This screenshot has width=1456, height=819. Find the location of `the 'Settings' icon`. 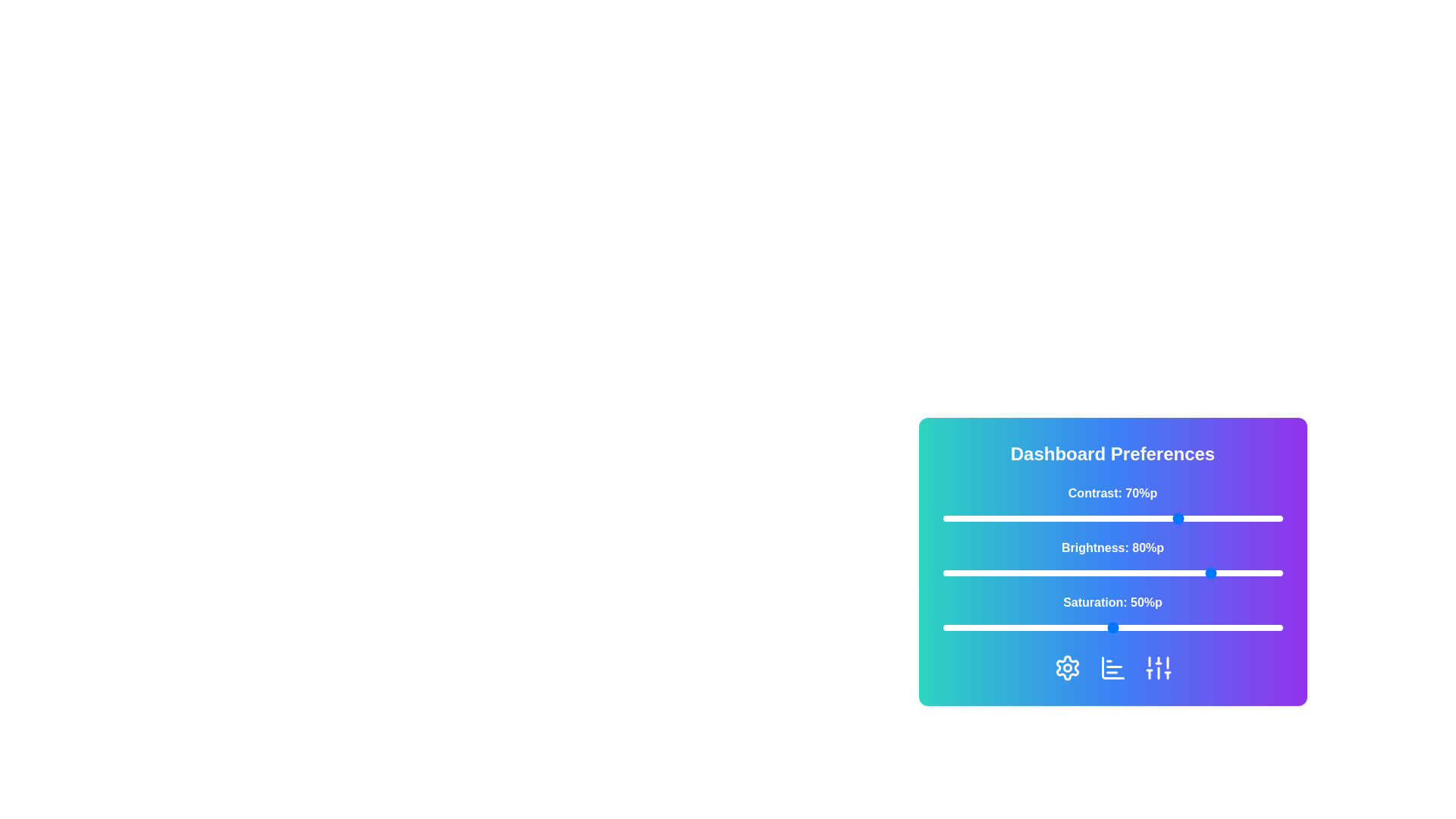

the 'Settings' icon is located at coordinates (1066, 667).